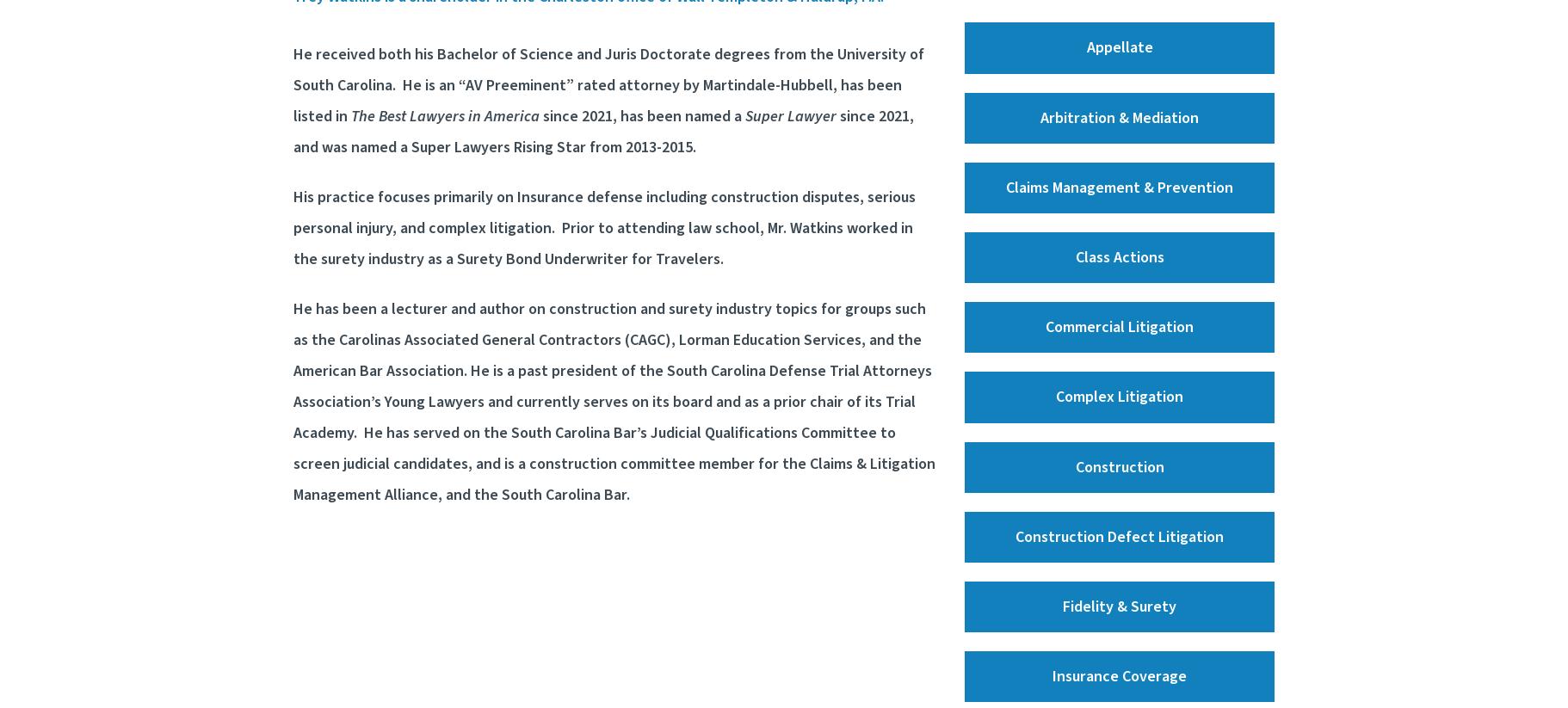 The height and width of the screenshot is (708, 1568). I want to click on 'Appellate', so click(1118, 47).